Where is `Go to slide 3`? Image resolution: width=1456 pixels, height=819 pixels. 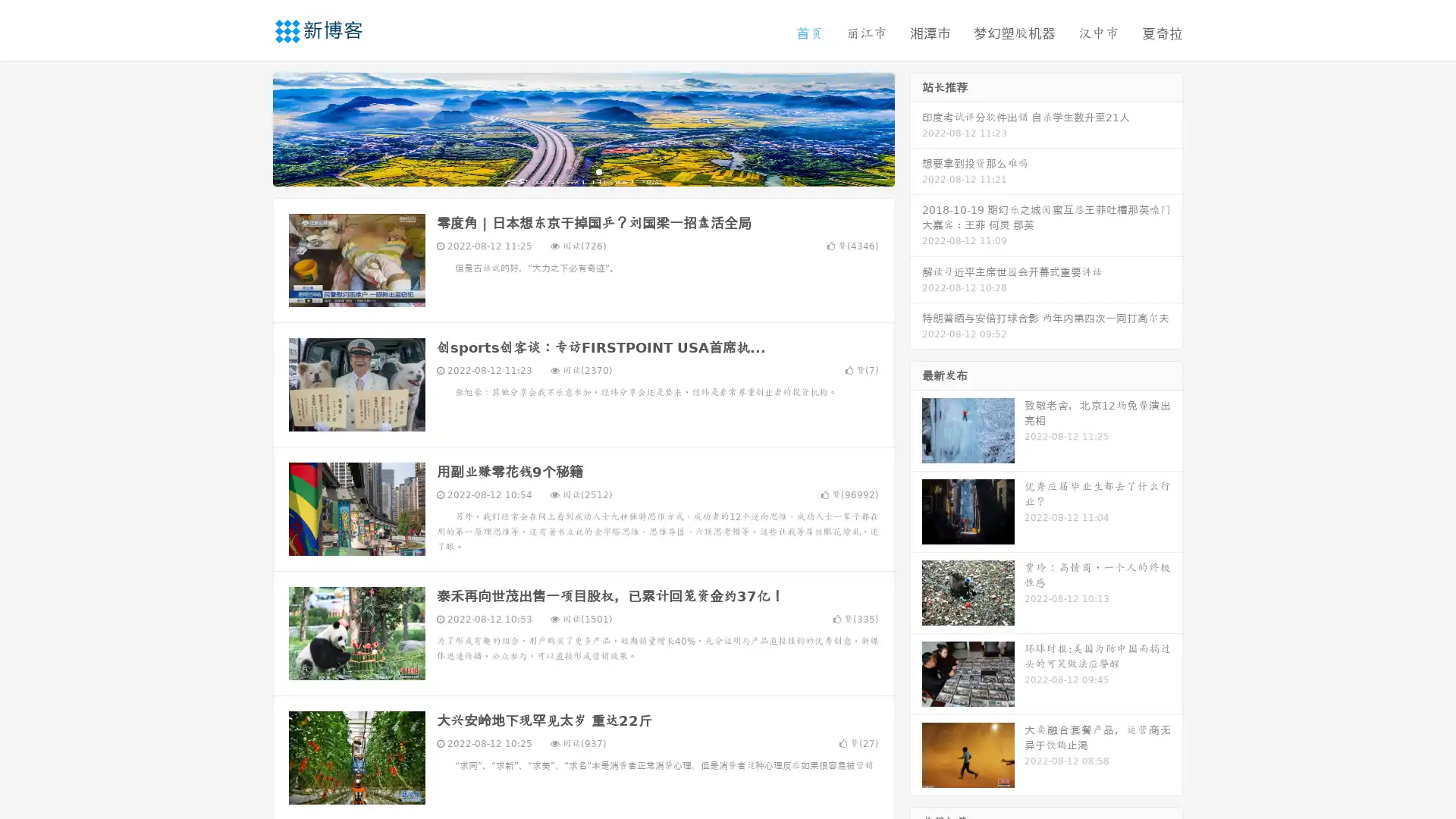 Go to slide 3 is located at coordinates (598, 171).